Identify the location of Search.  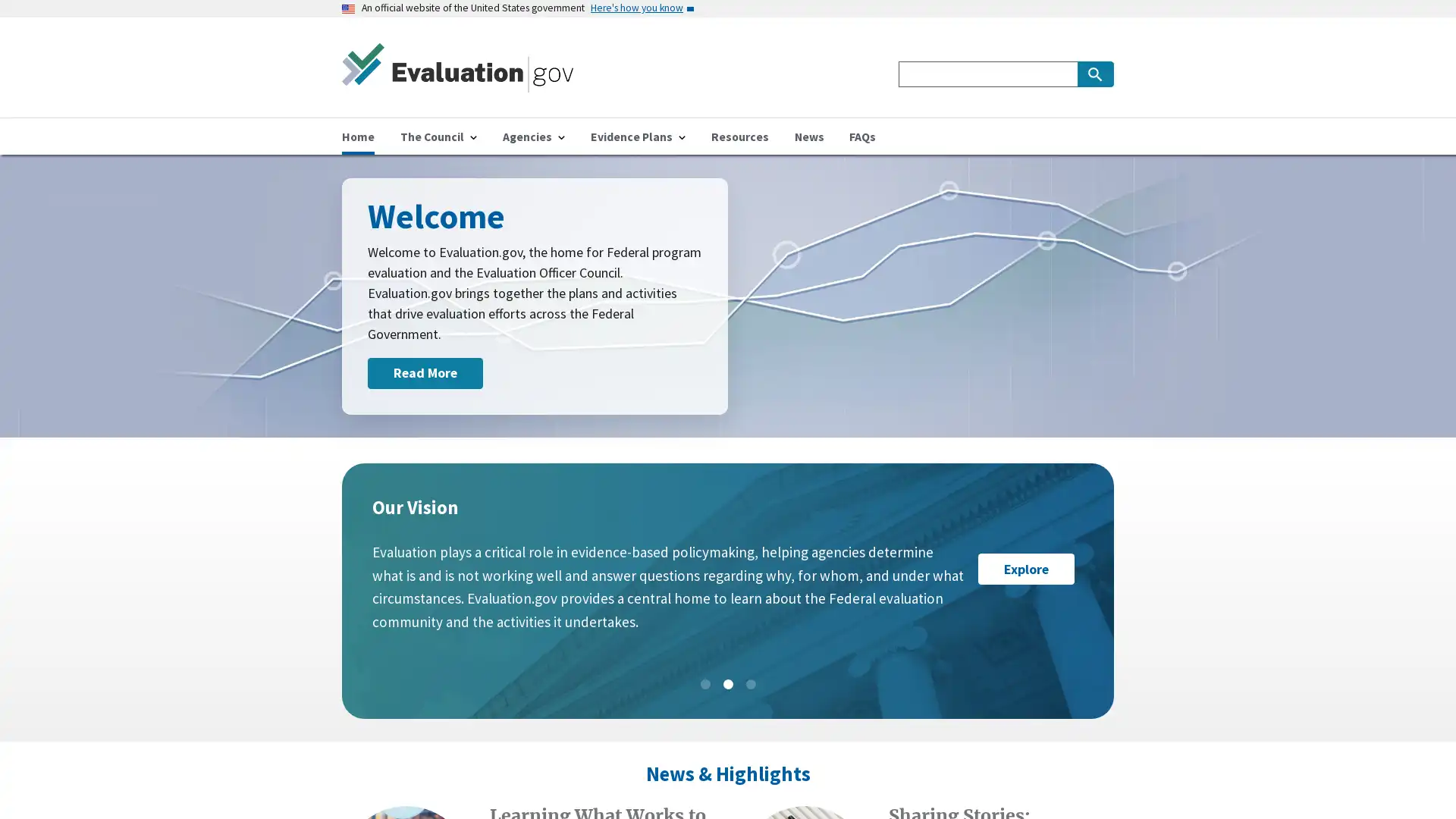
(1095, 74).